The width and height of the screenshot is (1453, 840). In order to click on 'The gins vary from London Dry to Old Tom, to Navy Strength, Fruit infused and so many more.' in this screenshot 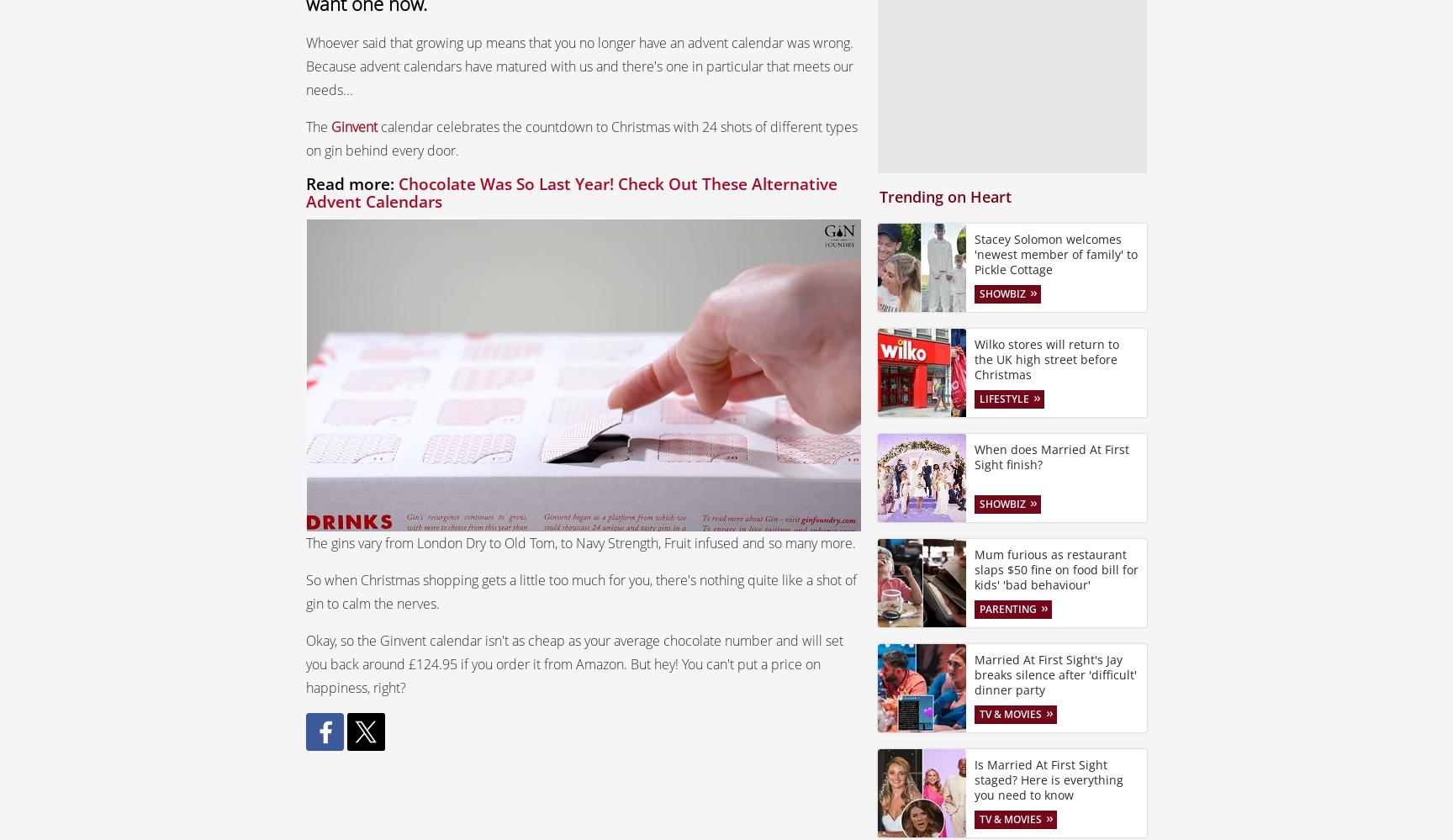, I will do `click(582, 542)`.